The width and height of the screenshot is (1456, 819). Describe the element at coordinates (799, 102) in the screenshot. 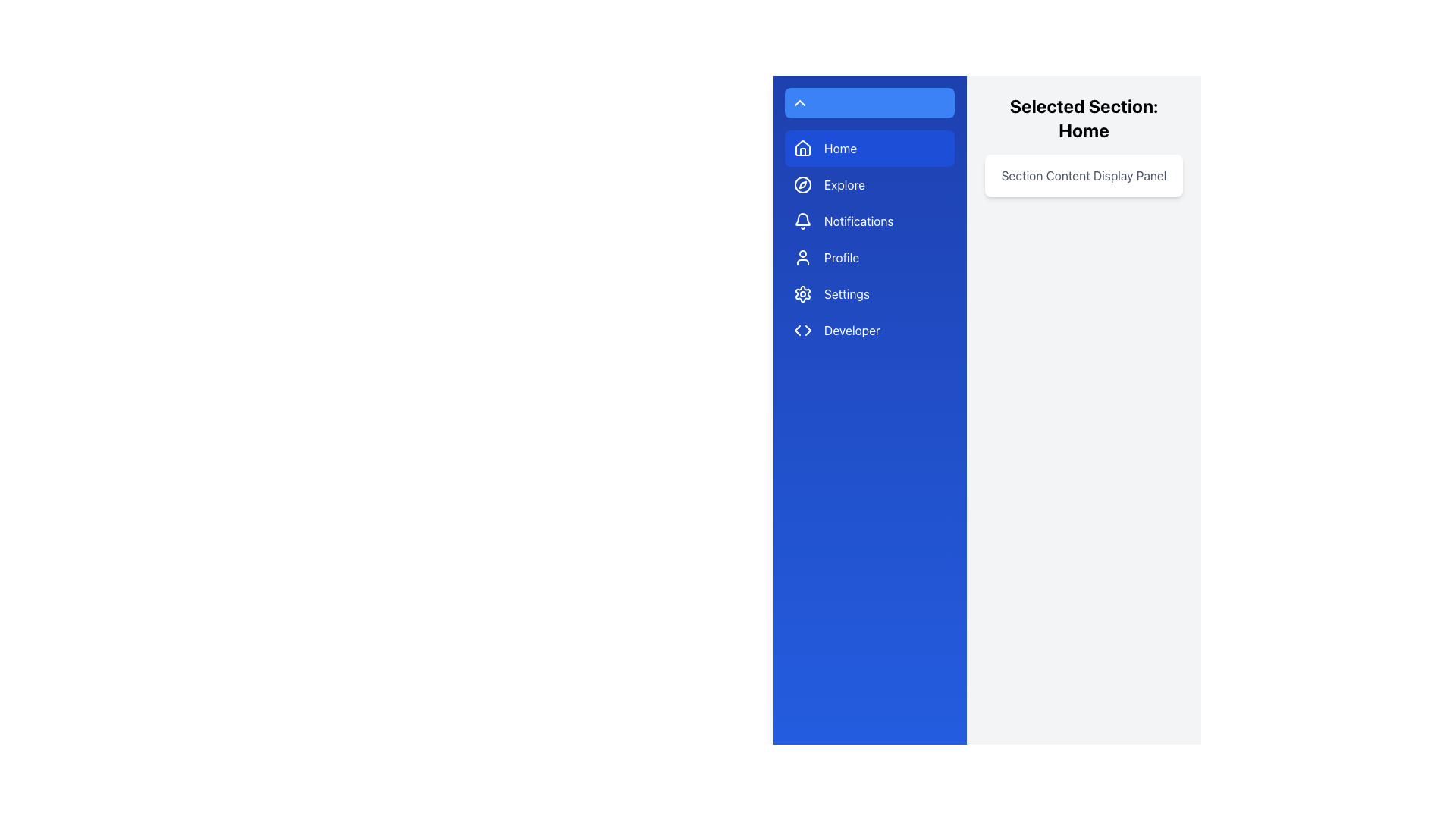

I see `the blue rounded button at the top of the side navigation bar` at that location.